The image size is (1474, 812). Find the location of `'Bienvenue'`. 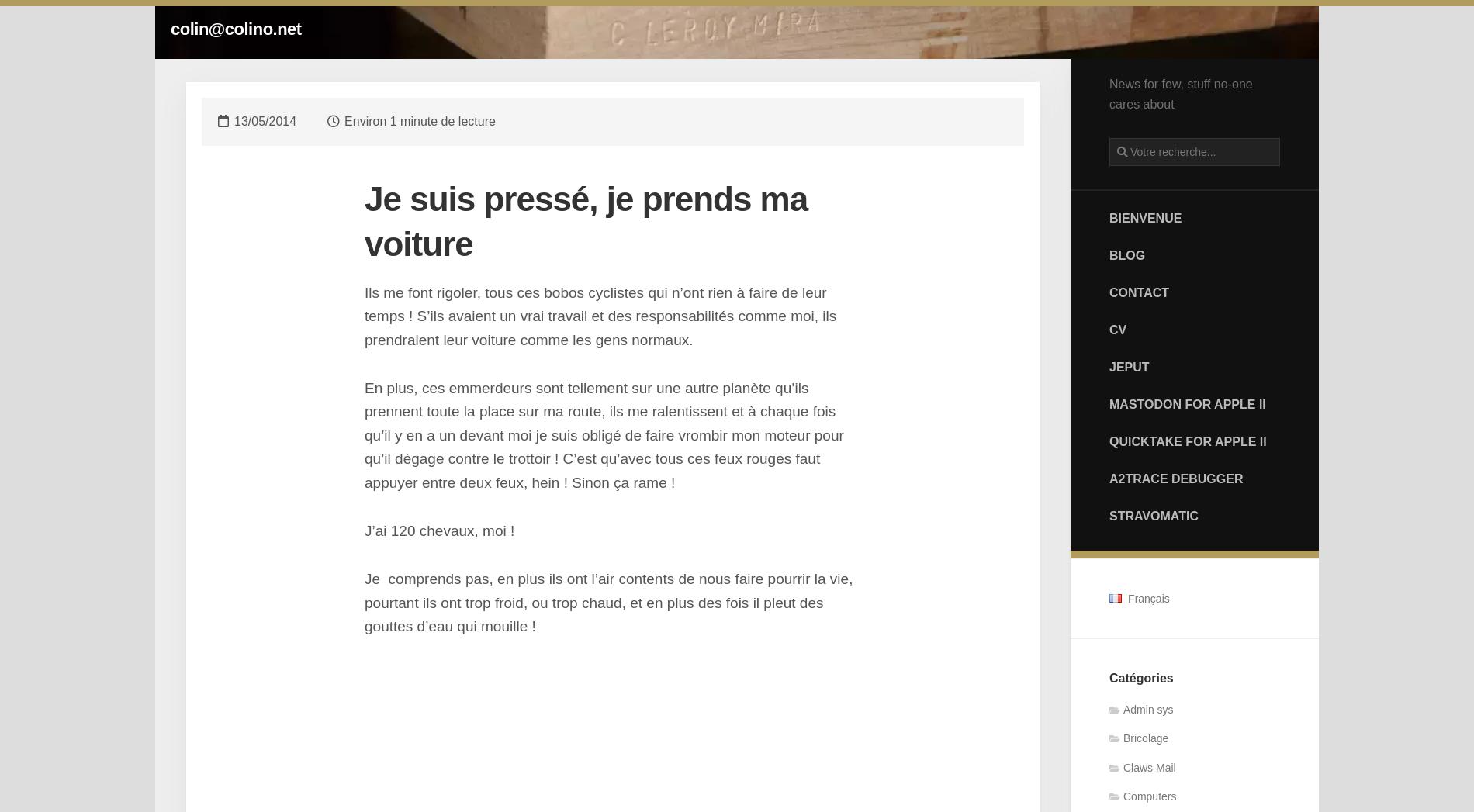

'Bienvenue' is located at coordinates (1145, 217).